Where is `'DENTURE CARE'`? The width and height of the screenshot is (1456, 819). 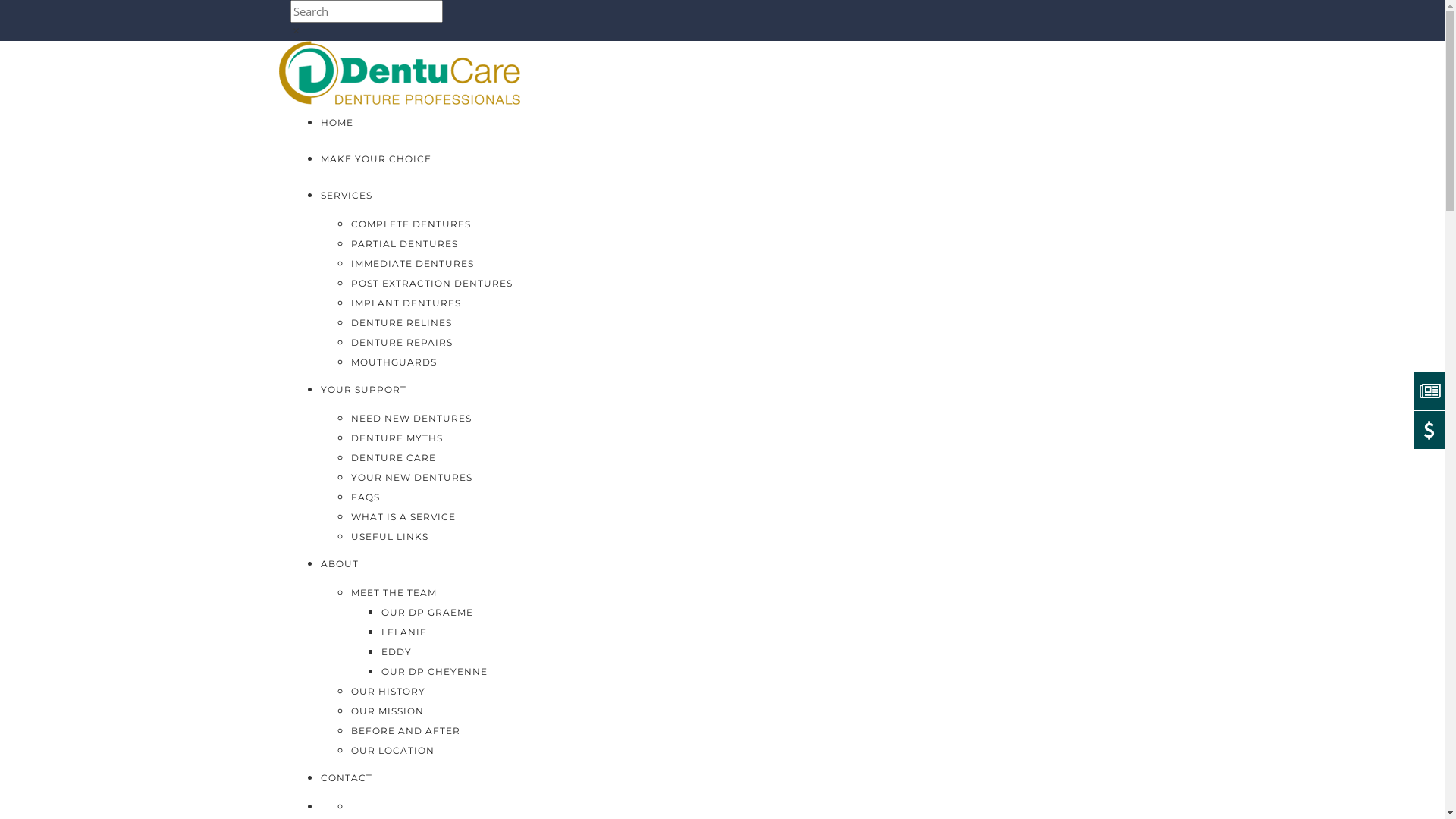
'DENTURE CARE' is located at coordinates (349, 457).